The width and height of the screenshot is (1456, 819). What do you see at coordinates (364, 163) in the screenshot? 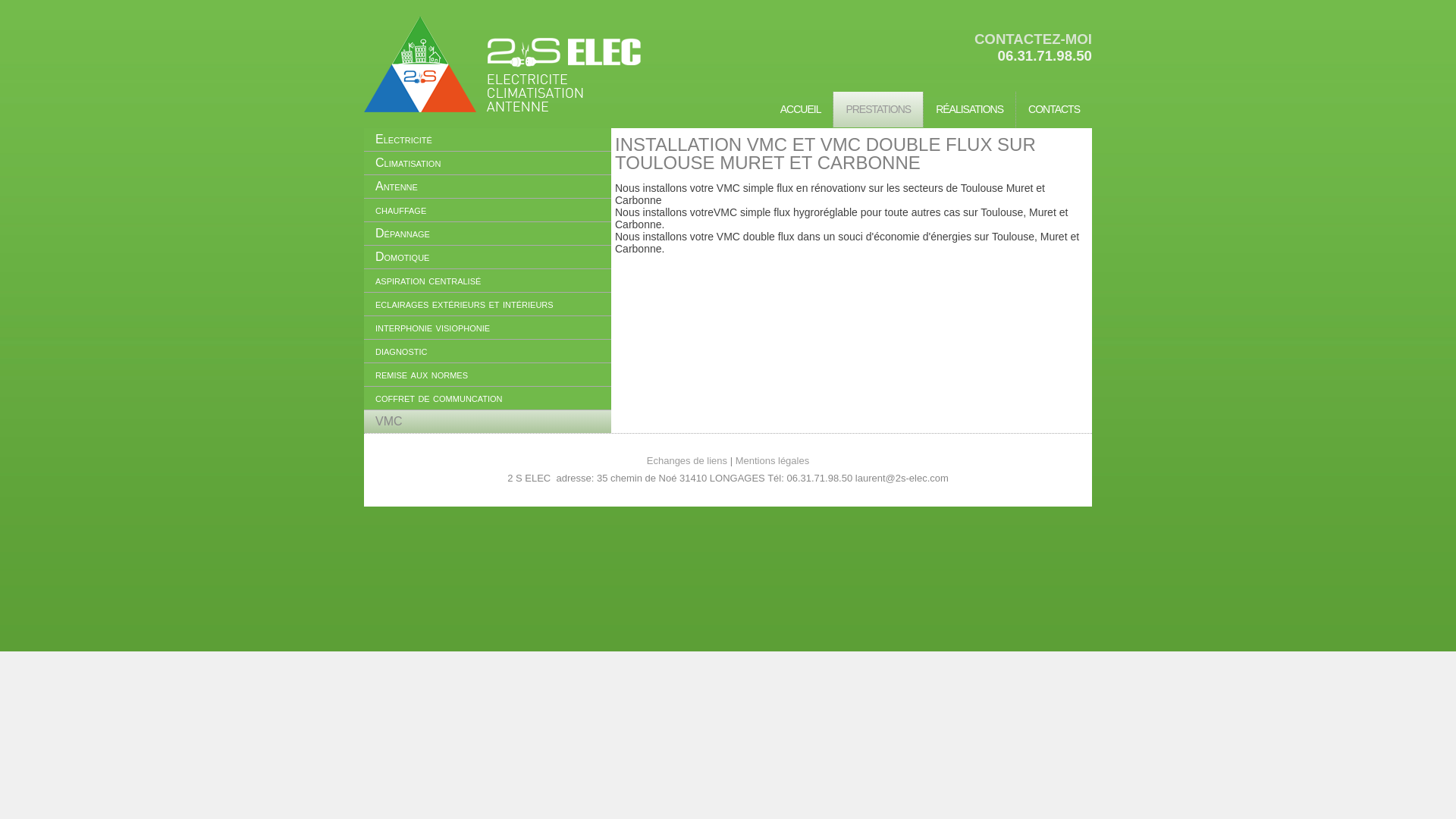
I see `'Climatisation'` at bounding box center [364, 163].